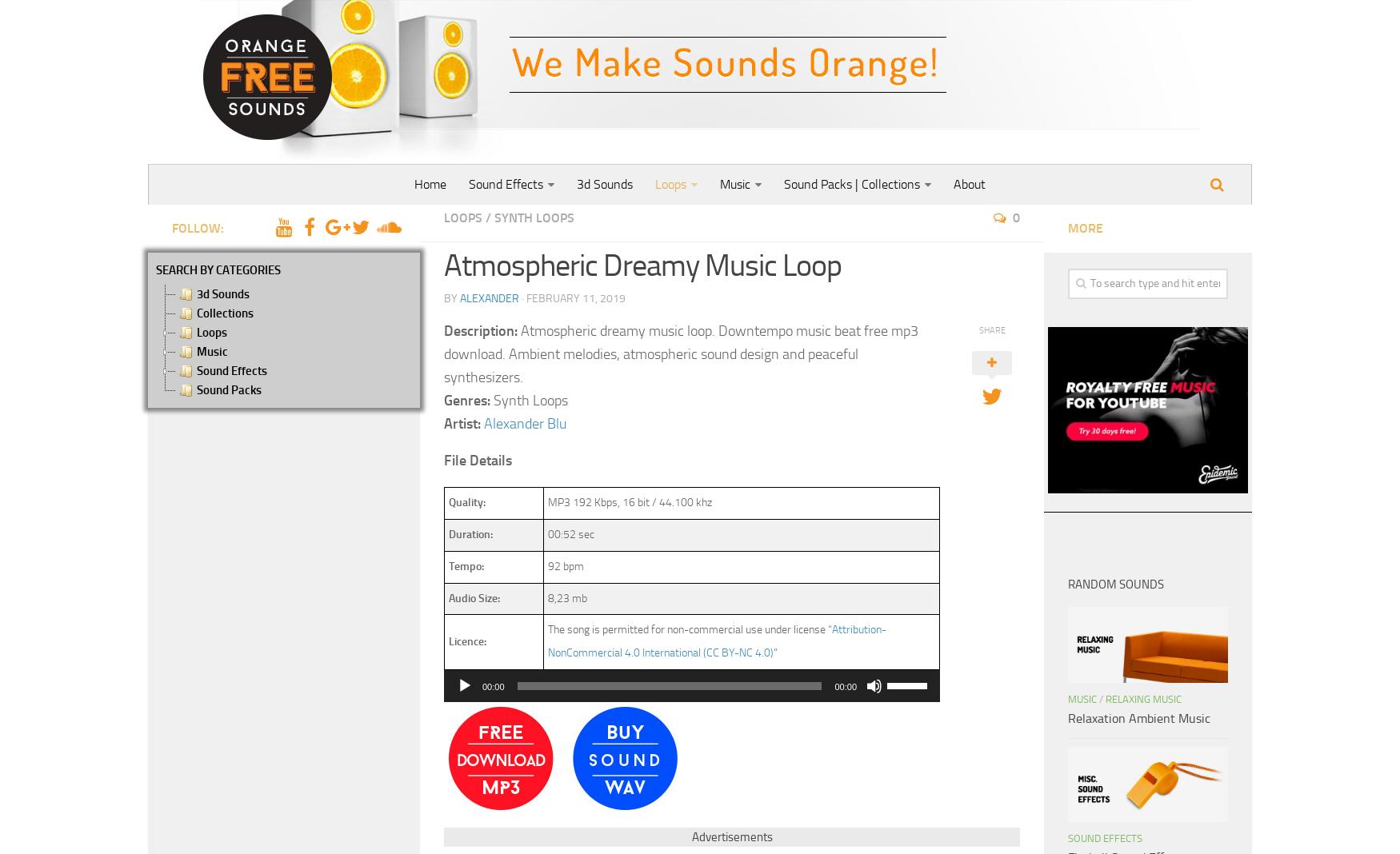 The width and height of the screenshot is (1400, 854). Describe the element at coordinates (442, 400) in the screenshot. I see `'Genres:'` at that location.